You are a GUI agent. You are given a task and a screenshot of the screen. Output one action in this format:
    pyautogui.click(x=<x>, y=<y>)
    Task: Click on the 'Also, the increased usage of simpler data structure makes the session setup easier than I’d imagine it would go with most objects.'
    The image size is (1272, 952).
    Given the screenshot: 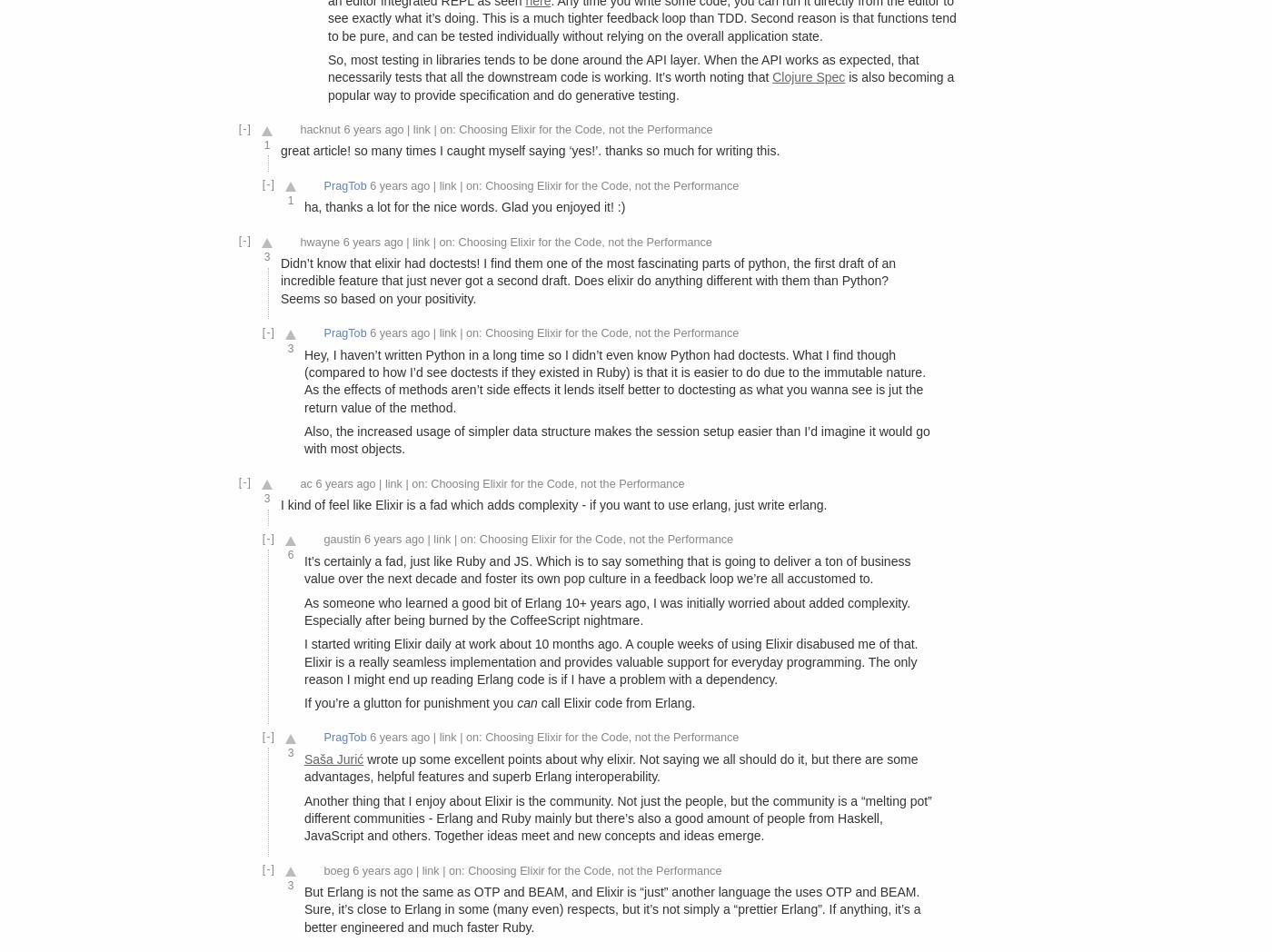 What is the action you would take?
    pyautogui.click(x=304, y=439)
    